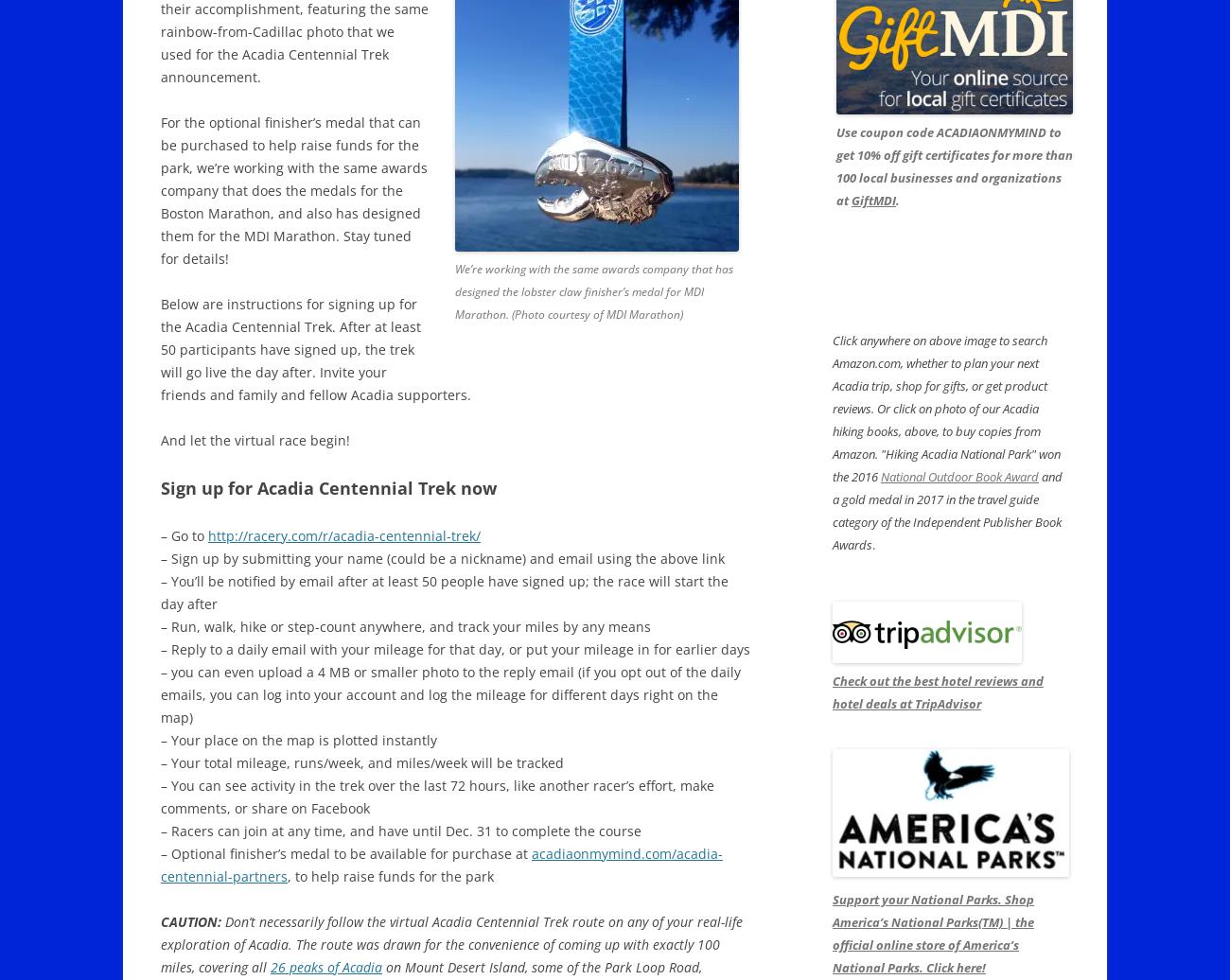  I want to click on ', to help raise funds for the park', so click(391, 876).